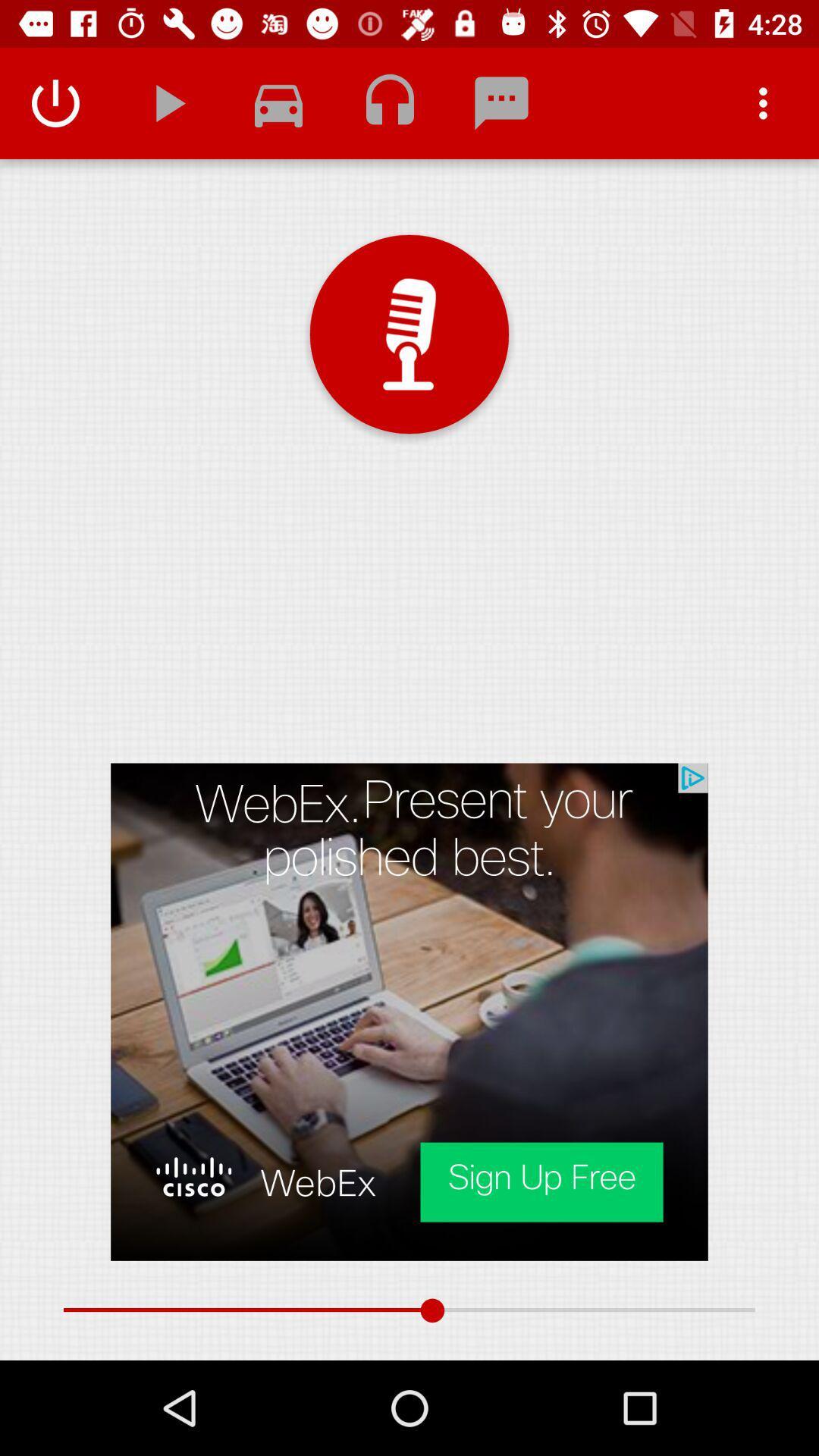 The image size is (819, 1456). I want to click on the power icon, so click(55, 102).